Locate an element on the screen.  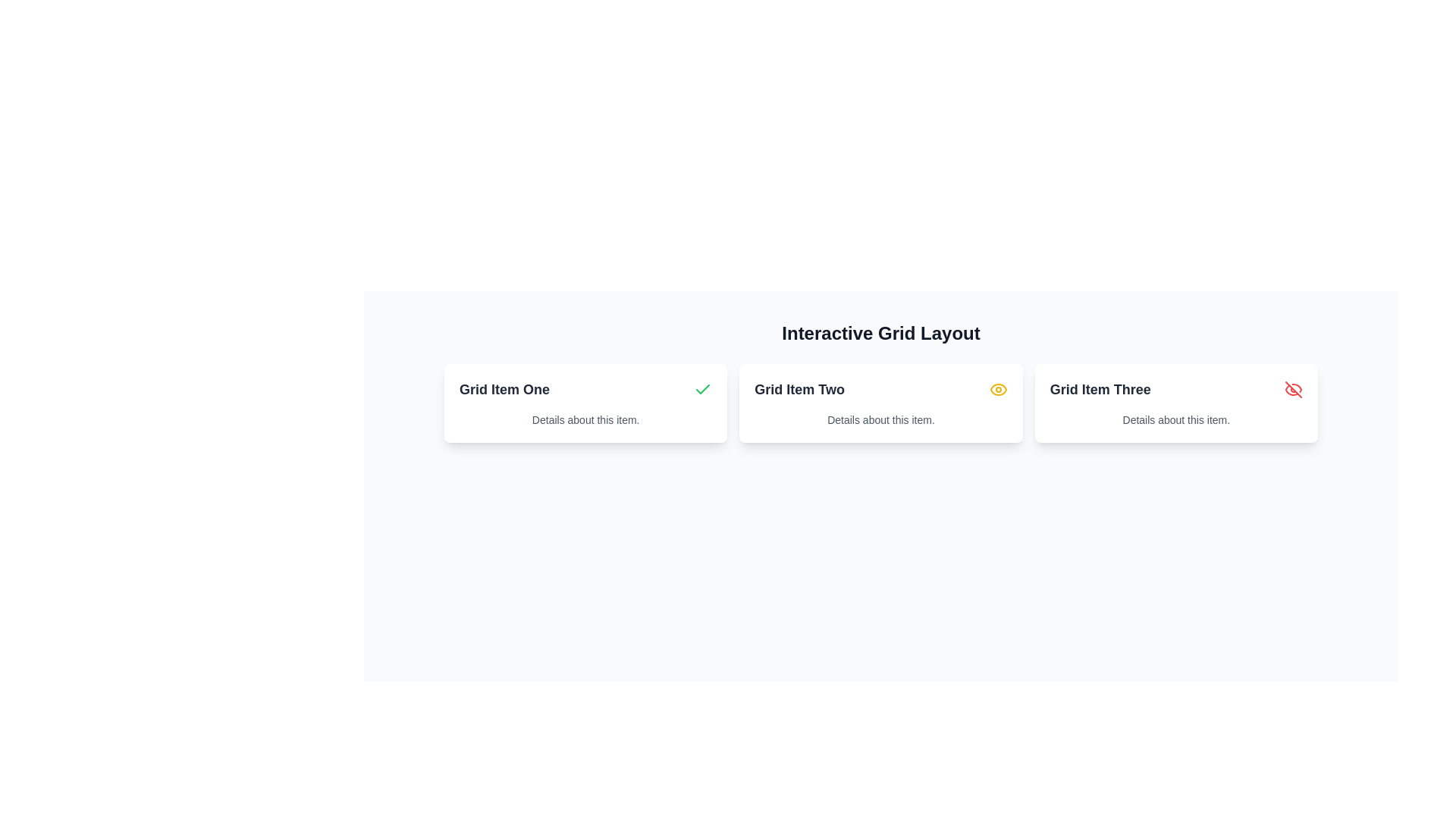
the text label displaying 'Grid Item Two' is located at coordinates (799, 388).